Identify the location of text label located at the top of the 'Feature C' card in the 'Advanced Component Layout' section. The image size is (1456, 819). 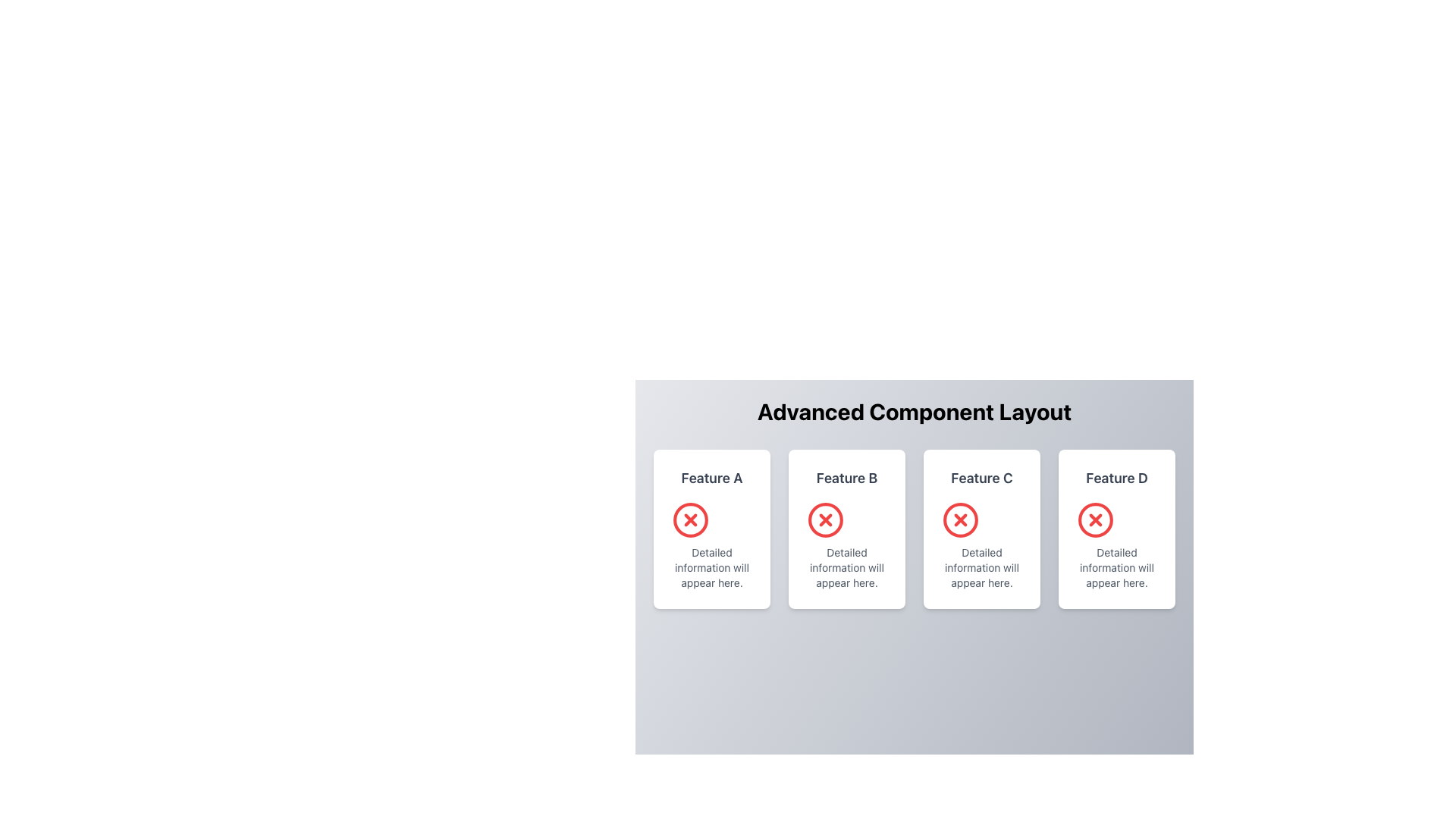
(982, 476).